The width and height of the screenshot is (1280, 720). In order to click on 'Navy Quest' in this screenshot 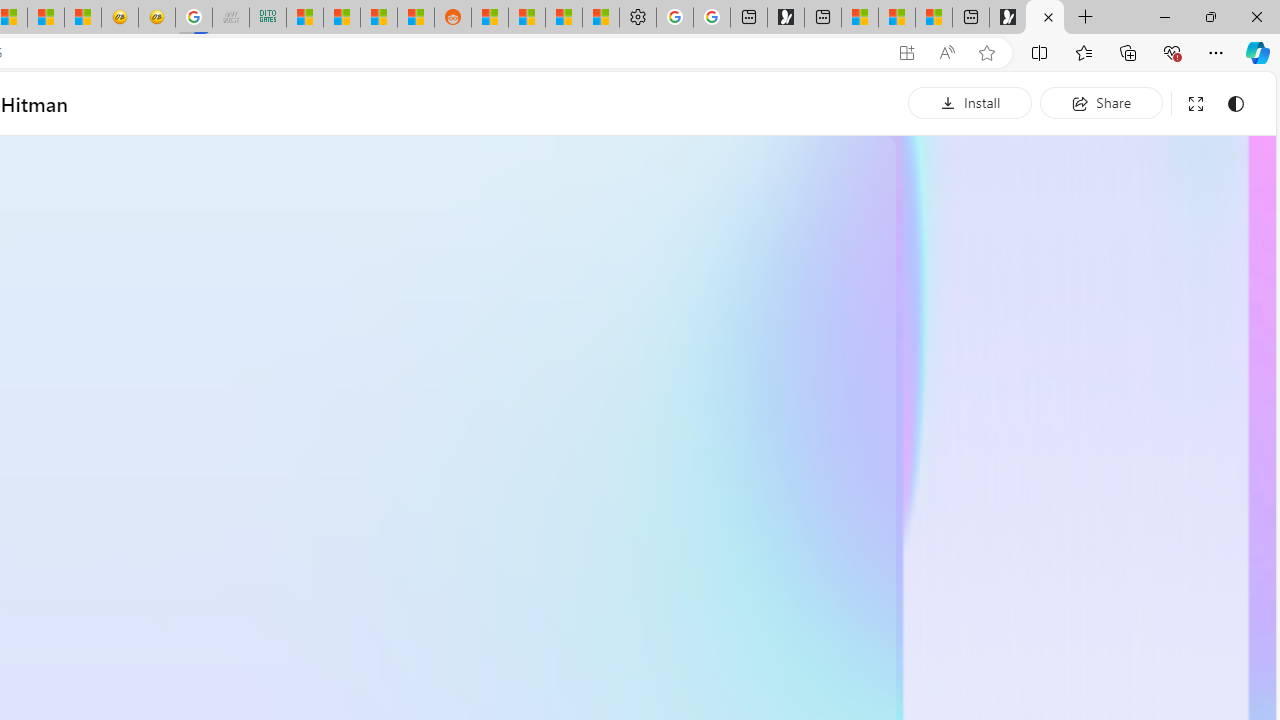, I will do `click(231, 17)`.